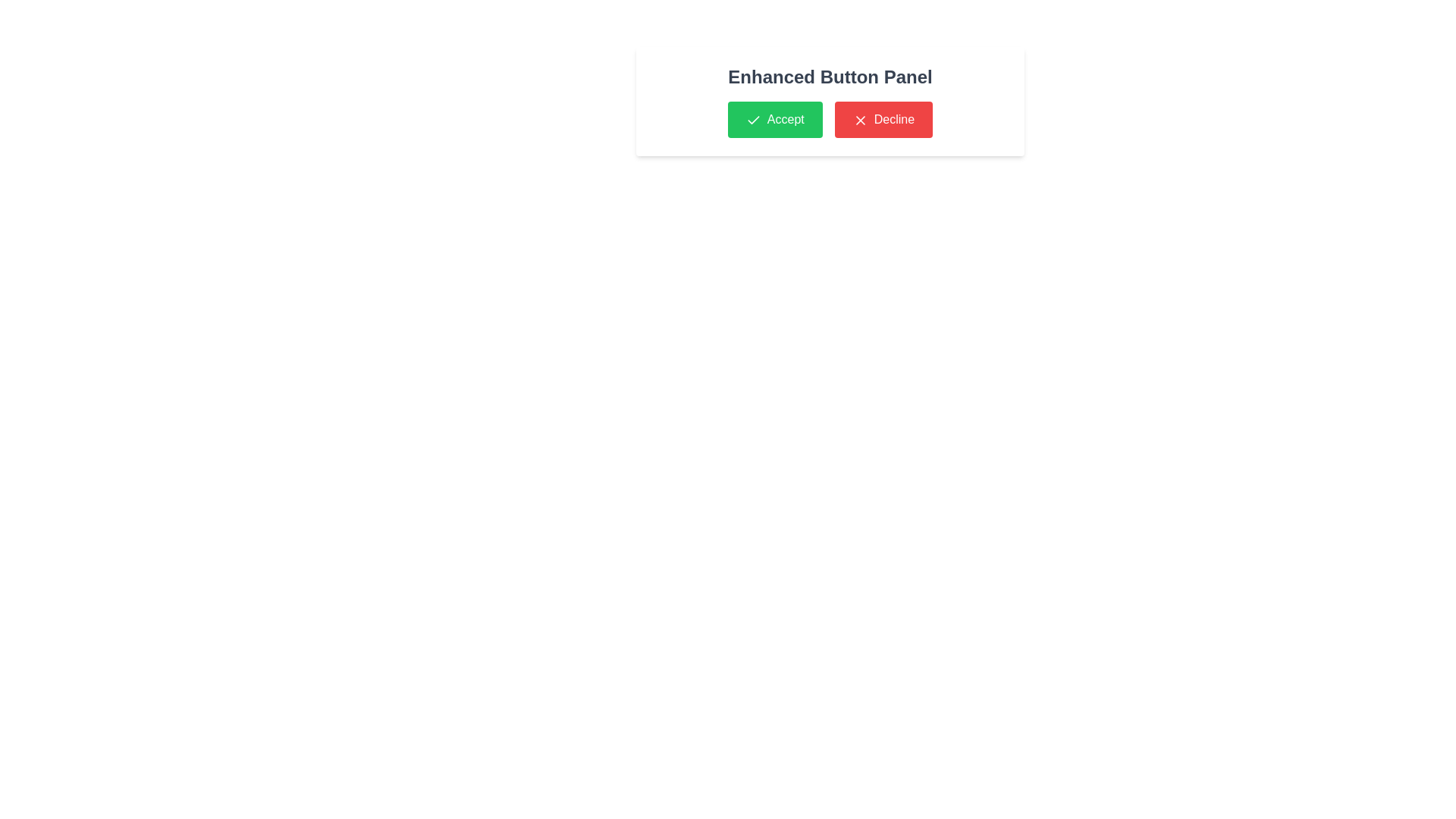 Image resolution: width=1456 pixels, height=819 pixels. What do you see at coordinates (775, 119) in the screenshot?
I see `the leftmost button in the horizontal row that is used to accept an action or agreement, triggering the accept action` at bounding box center [775, 119].